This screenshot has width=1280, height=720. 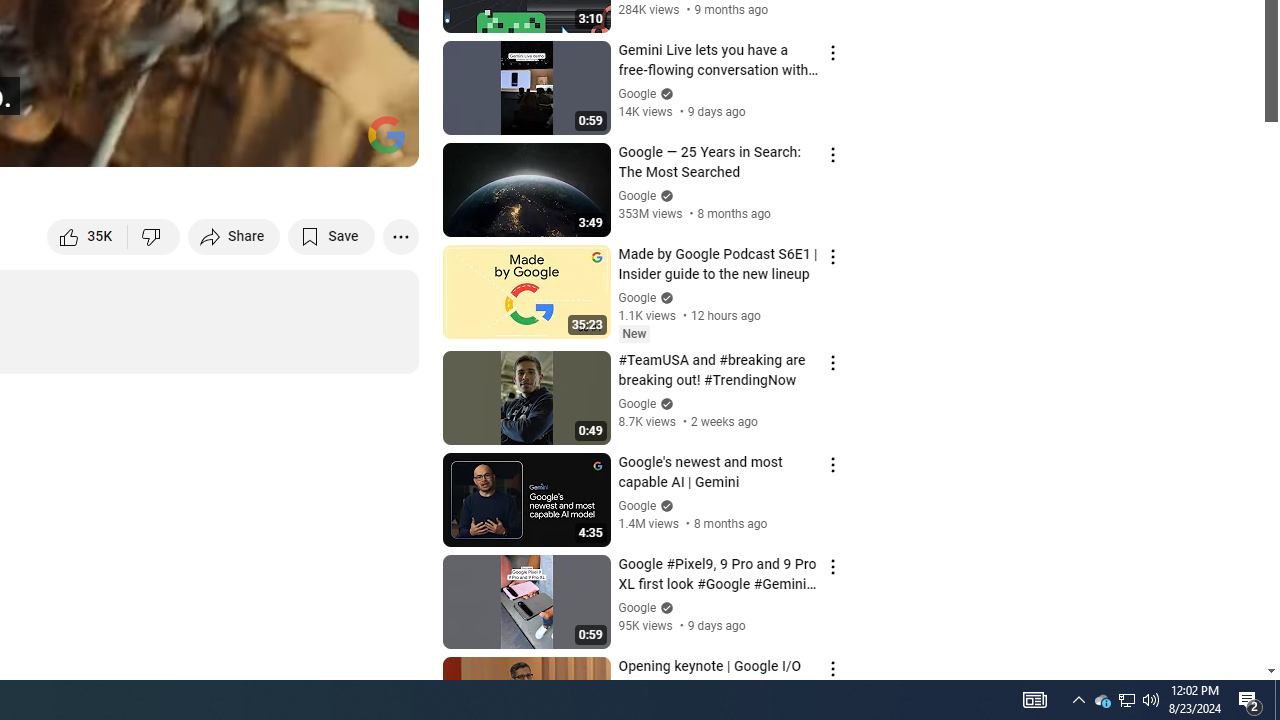 What do you see at coordinates (331, 235) in the screenshot?
I see `'Save to playlist'` at bounding box center [331, 235].